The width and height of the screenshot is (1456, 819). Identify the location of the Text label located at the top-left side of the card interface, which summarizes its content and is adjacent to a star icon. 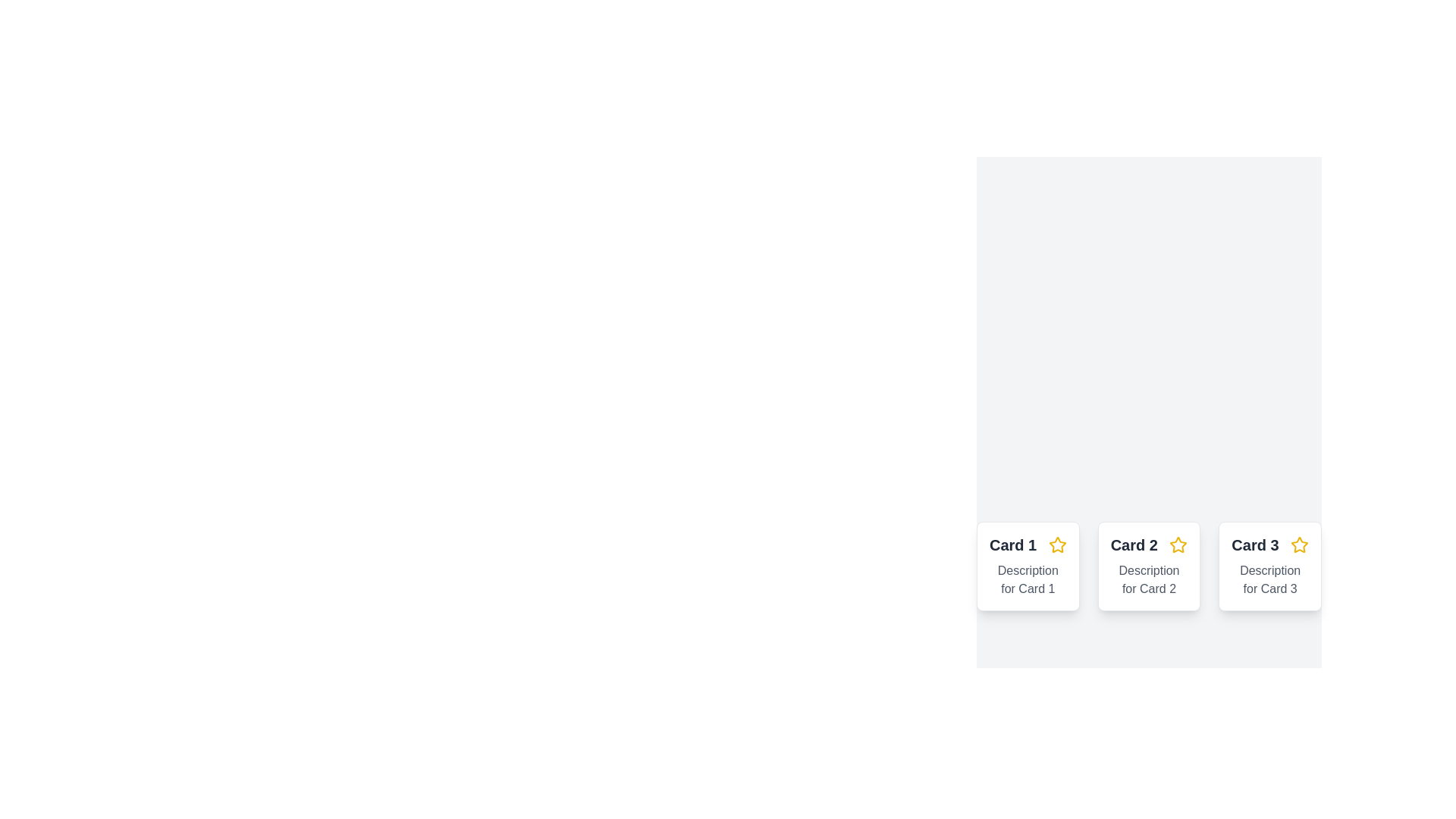
(1013, 544).